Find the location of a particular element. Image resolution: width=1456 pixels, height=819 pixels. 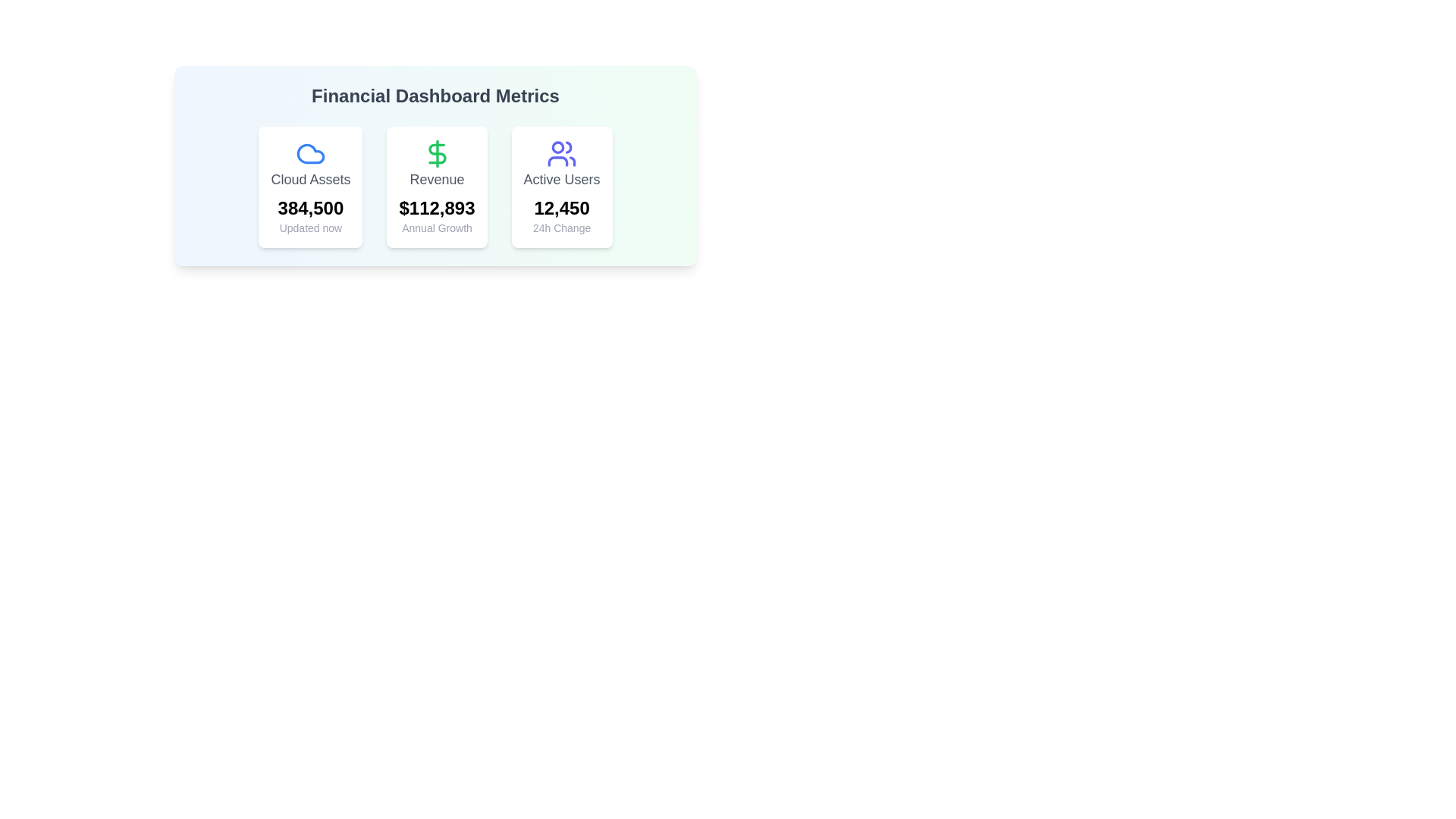

the 'Revenue' text label, which is styled in medium gray and located below a green dollar symbol icon within a white card is located at coordinates (436, 178).